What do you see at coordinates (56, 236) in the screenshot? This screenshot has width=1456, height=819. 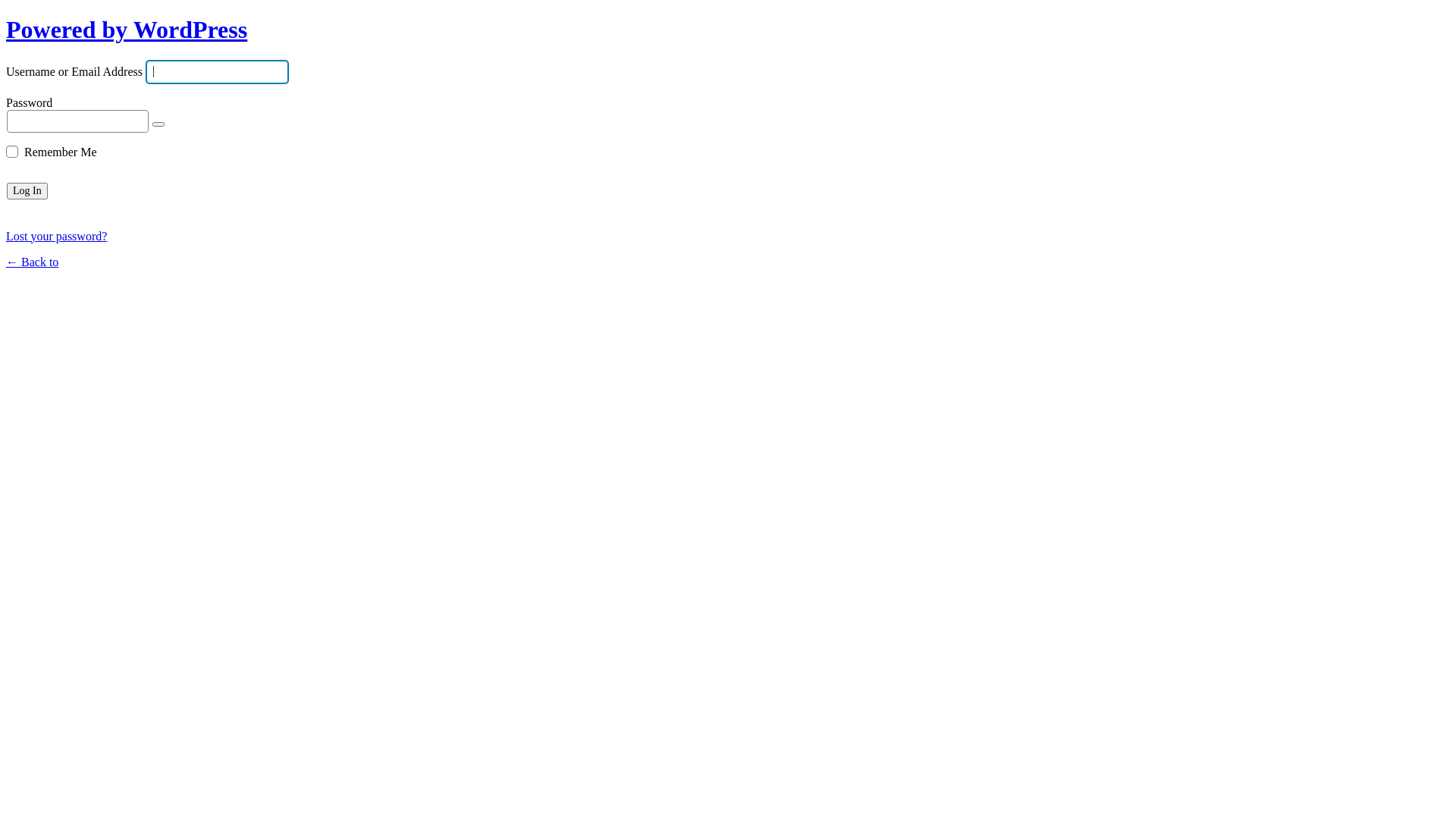 I see `'Lost your password?'` at bounding box center [56, 236].